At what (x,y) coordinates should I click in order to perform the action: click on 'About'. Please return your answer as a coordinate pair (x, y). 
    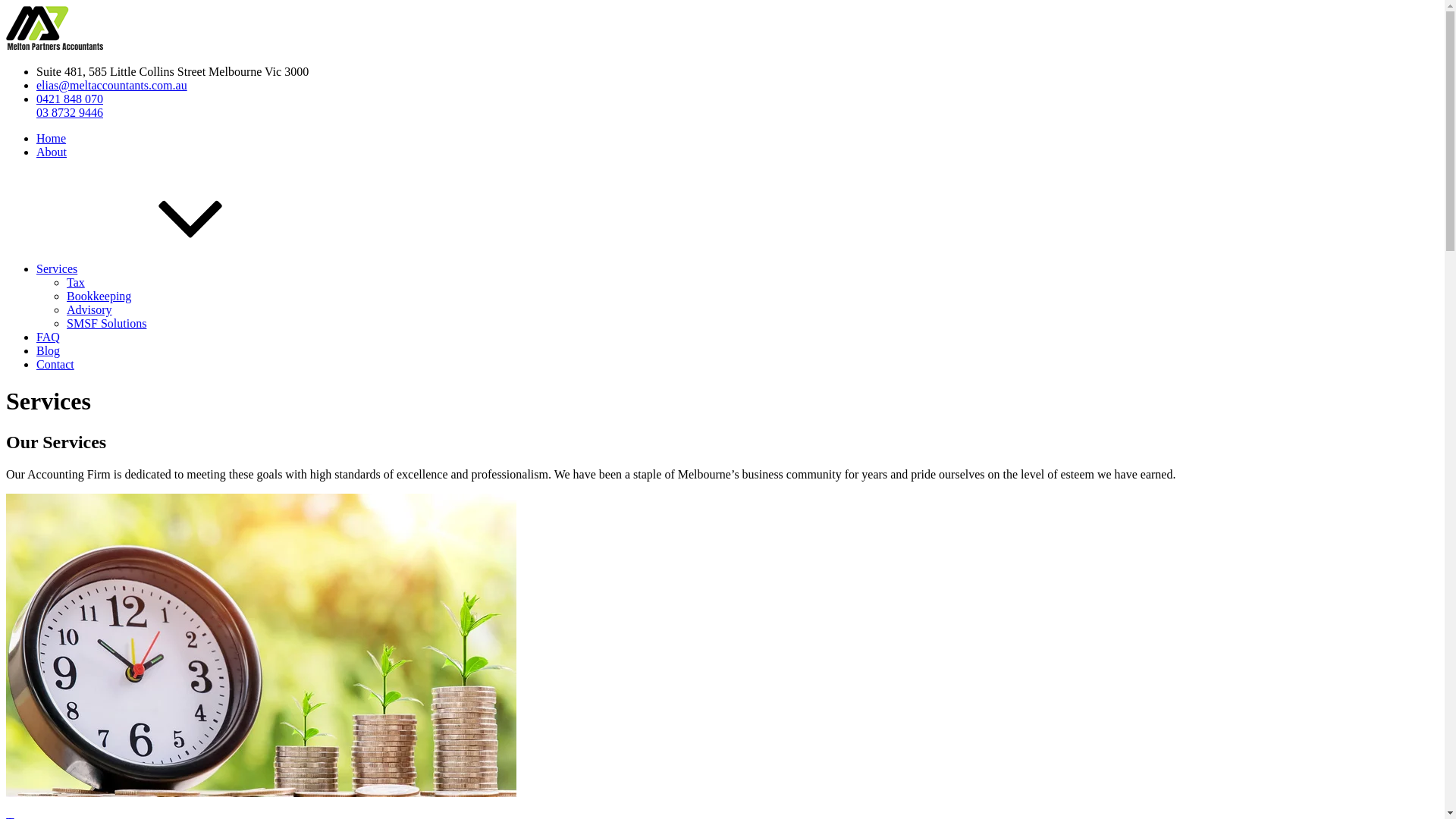
    Looking at the image, I should click on (51, 152).